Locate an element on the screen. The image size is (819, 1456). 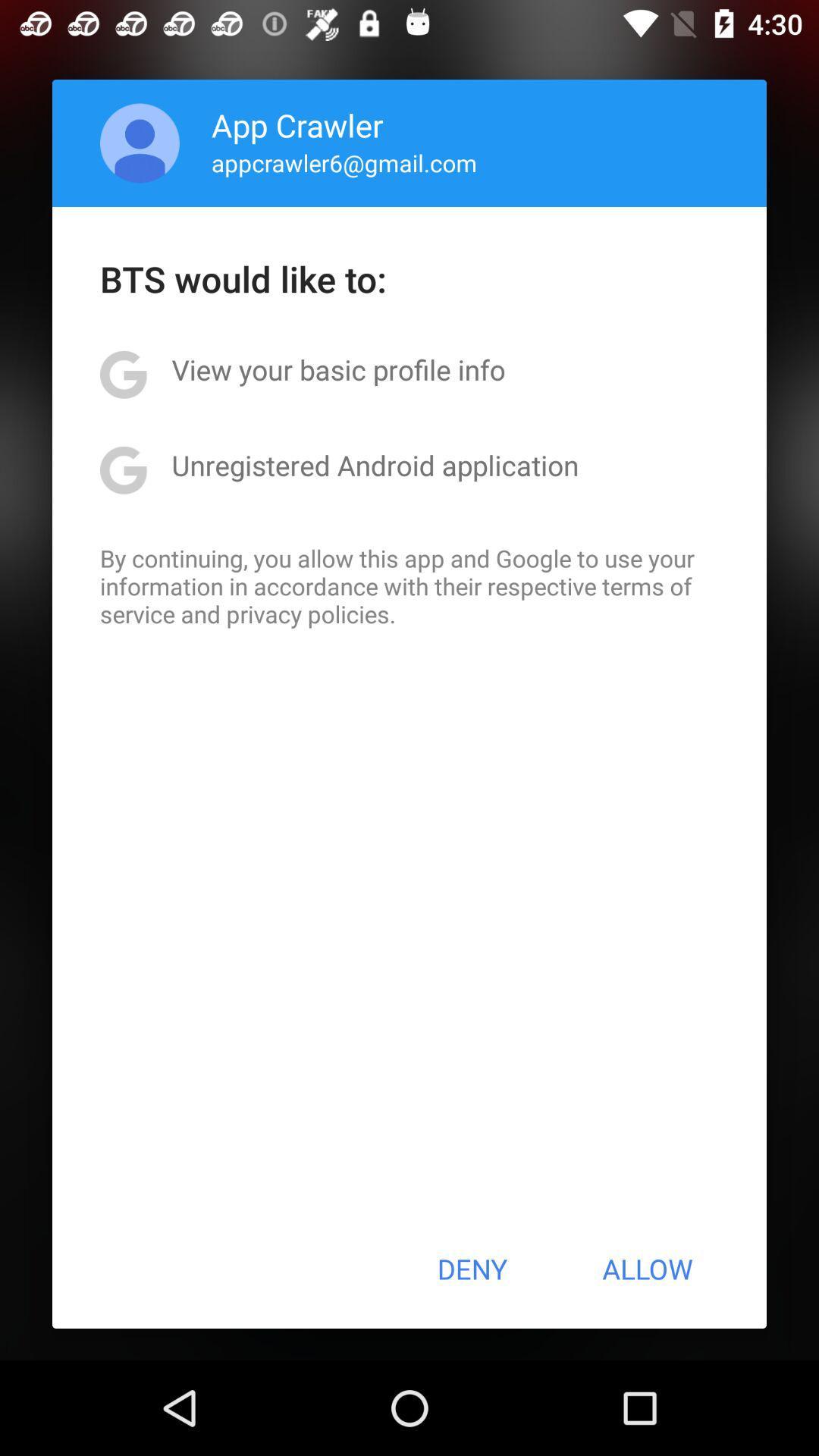
the deny at the bottom is located at coordinates (471, 1269).